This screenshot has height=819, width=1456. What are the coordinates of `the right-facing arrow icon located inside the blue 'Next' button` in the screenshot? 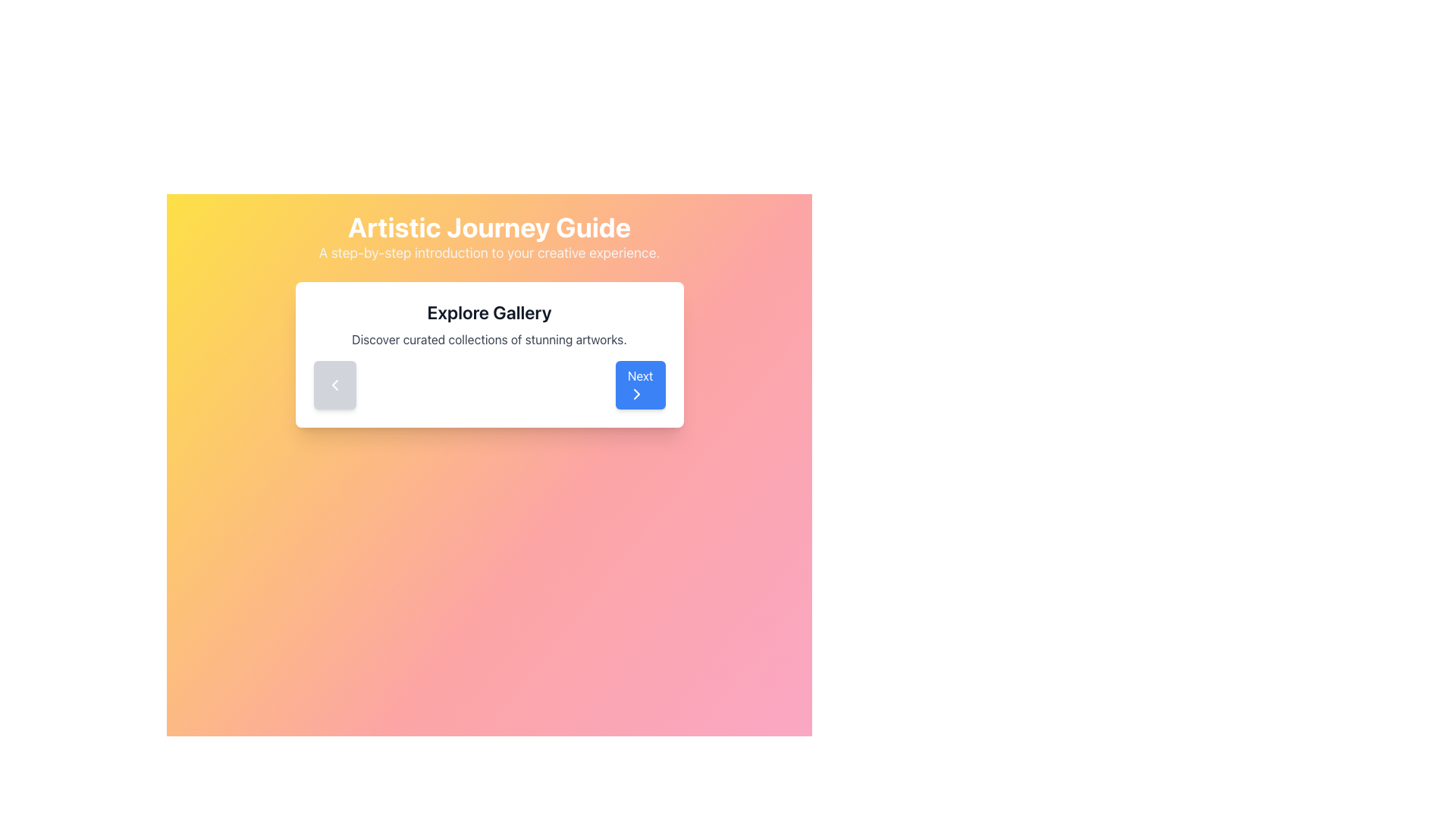 It's located at (636, 394).